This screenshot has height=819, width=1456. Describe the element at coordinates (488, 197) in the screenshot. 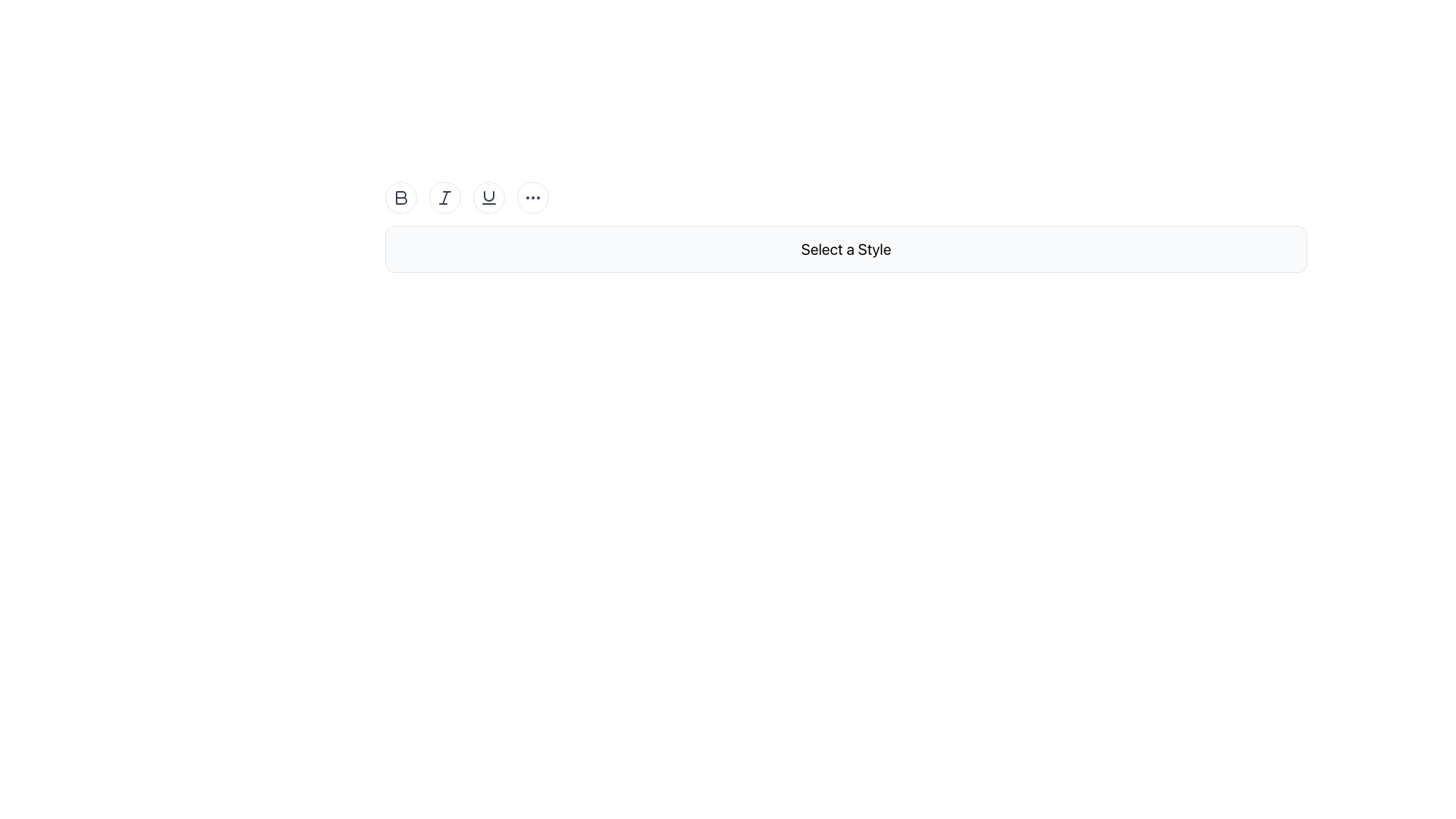

I see `the underline icon button located in the formatting toolbar` at that location.